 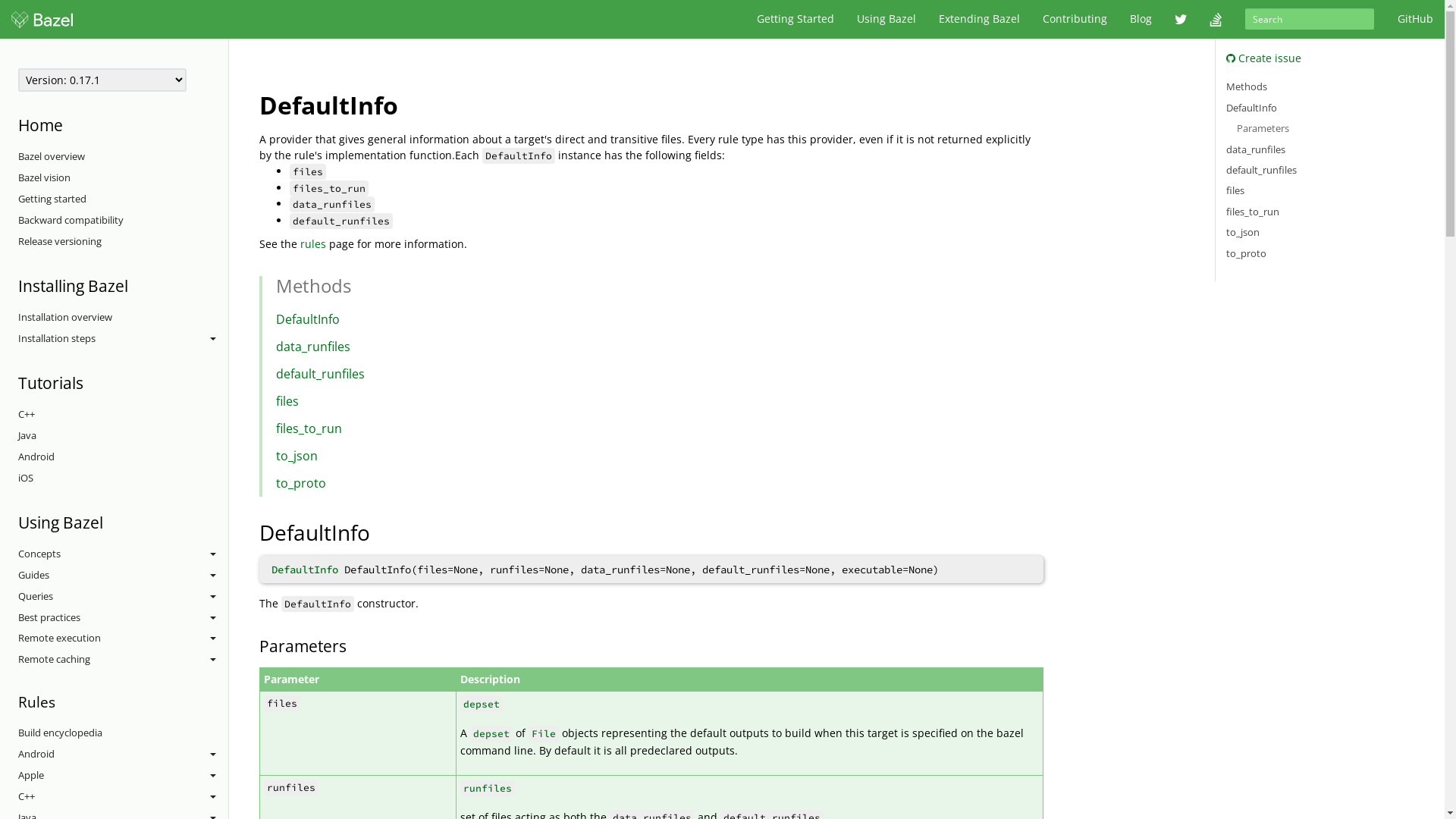 What do you see at coordinates (123, 638) in the screenshot?
I see `'Remote execution'` at bounding box center [123, 638].